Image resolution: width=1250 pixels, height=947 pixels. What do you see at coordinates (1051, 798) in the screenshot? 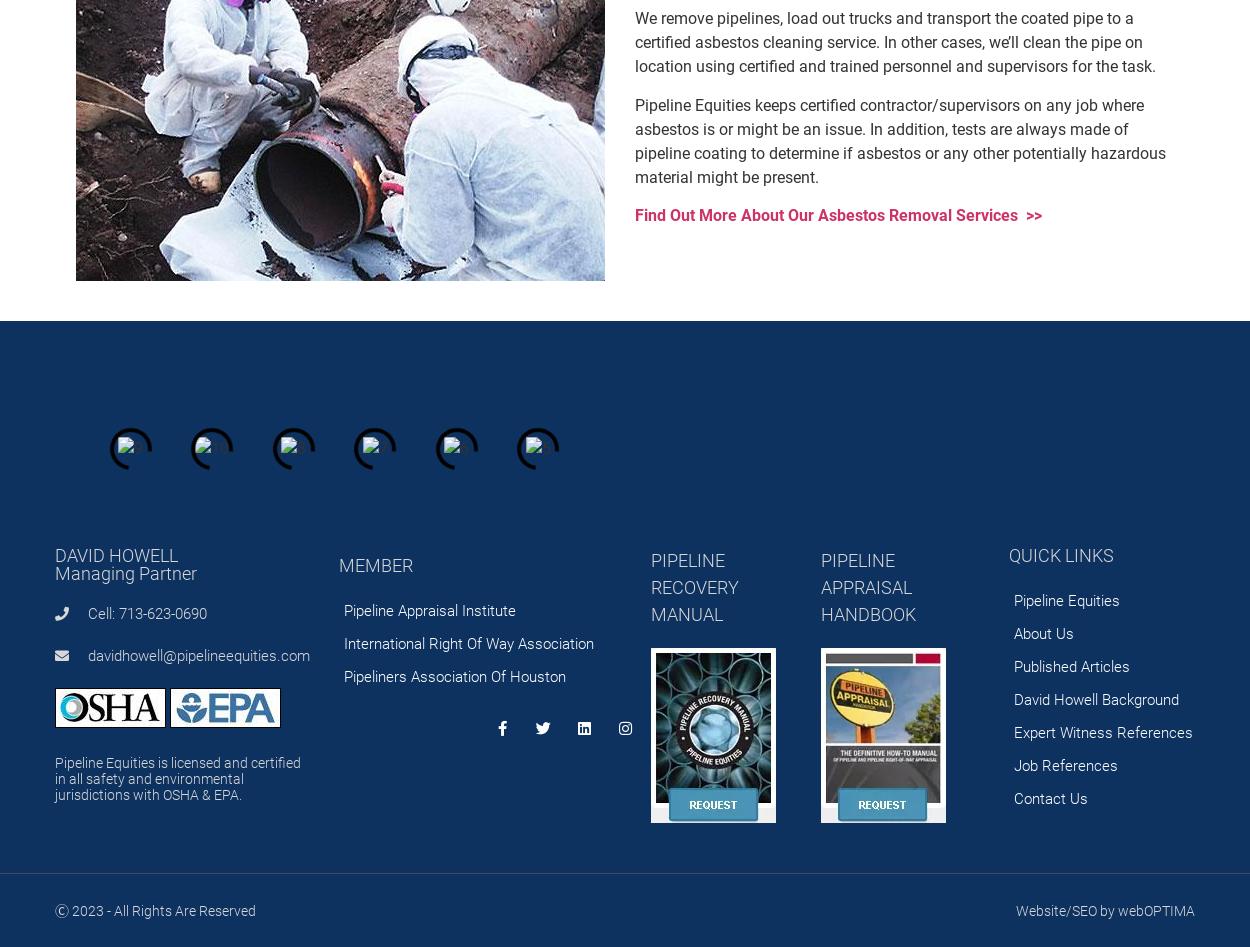
I see `'Contact Us'` at bounding box center [1051, 798].